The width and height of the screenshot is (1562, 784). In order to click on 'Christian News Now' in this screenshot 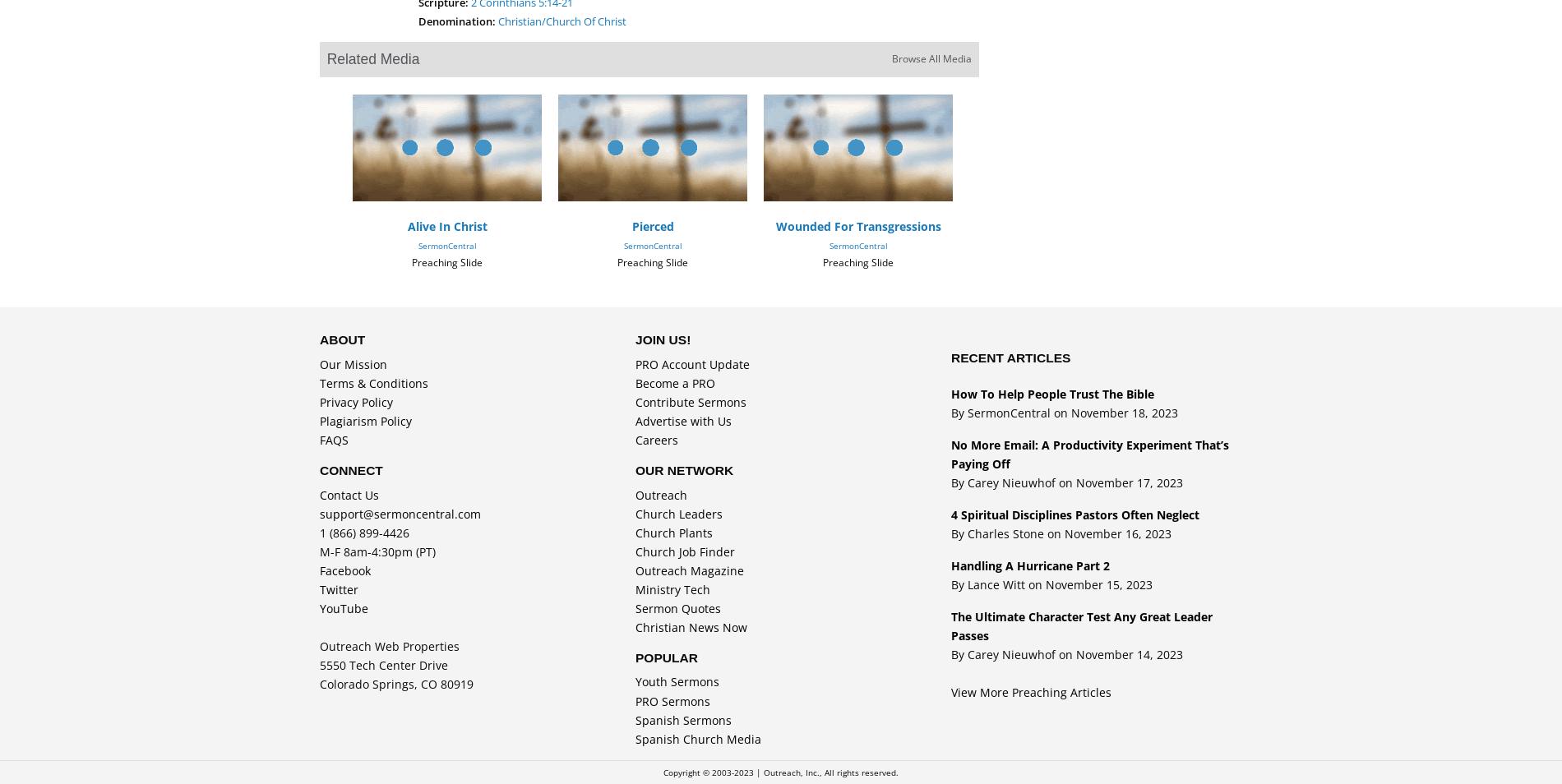, I will do `click(690, 627)`.